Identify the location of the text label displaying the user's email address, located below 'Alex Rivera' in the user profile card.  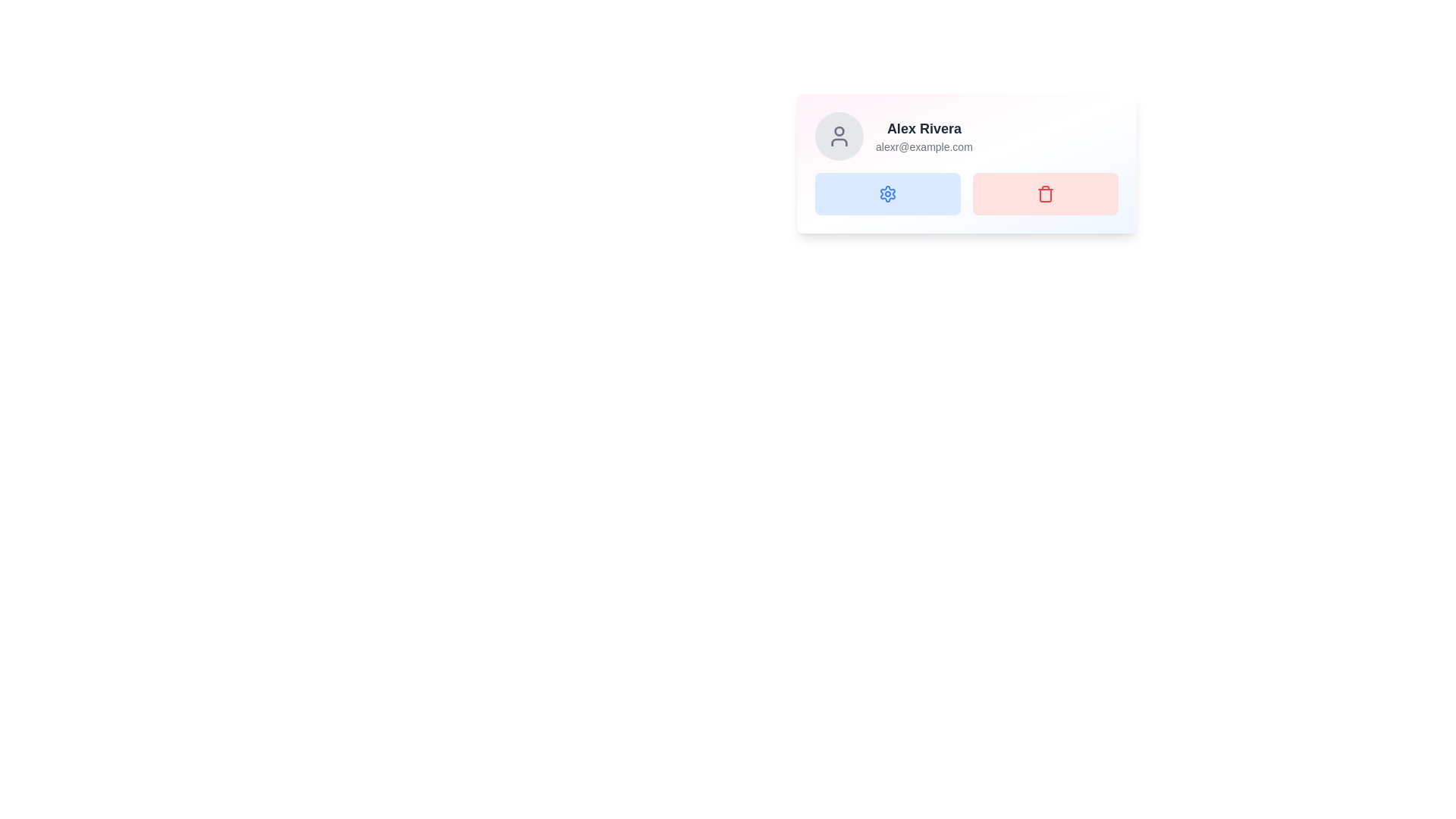
(923, 146).